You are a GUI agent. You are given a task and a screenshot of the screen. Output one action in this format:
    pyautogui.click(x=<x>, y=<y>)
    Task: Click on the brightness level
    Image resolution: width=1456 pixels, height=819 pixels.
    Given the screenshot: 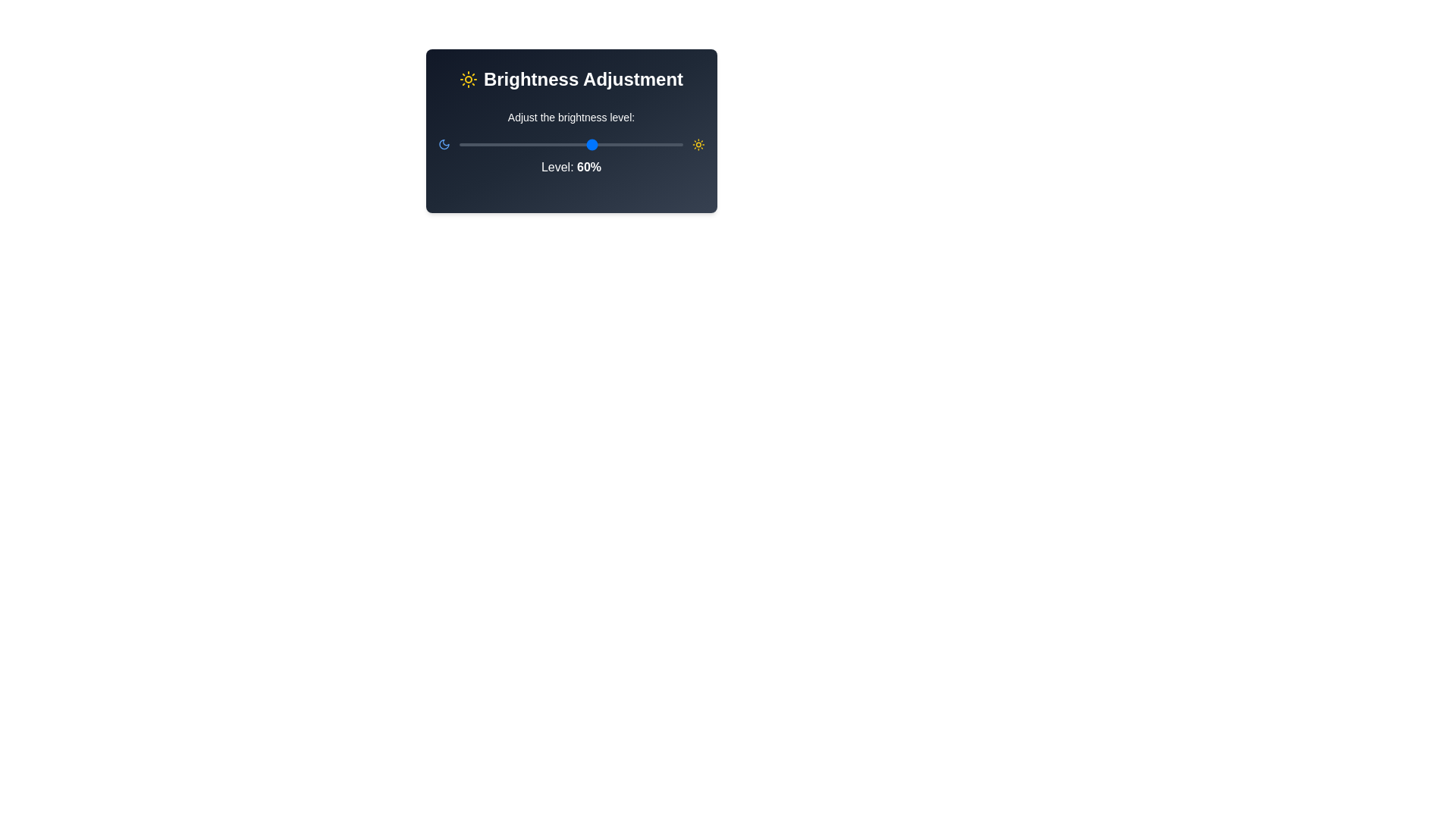 What is the action you would take?
    pyautogui.click(x=563, y=145)
    